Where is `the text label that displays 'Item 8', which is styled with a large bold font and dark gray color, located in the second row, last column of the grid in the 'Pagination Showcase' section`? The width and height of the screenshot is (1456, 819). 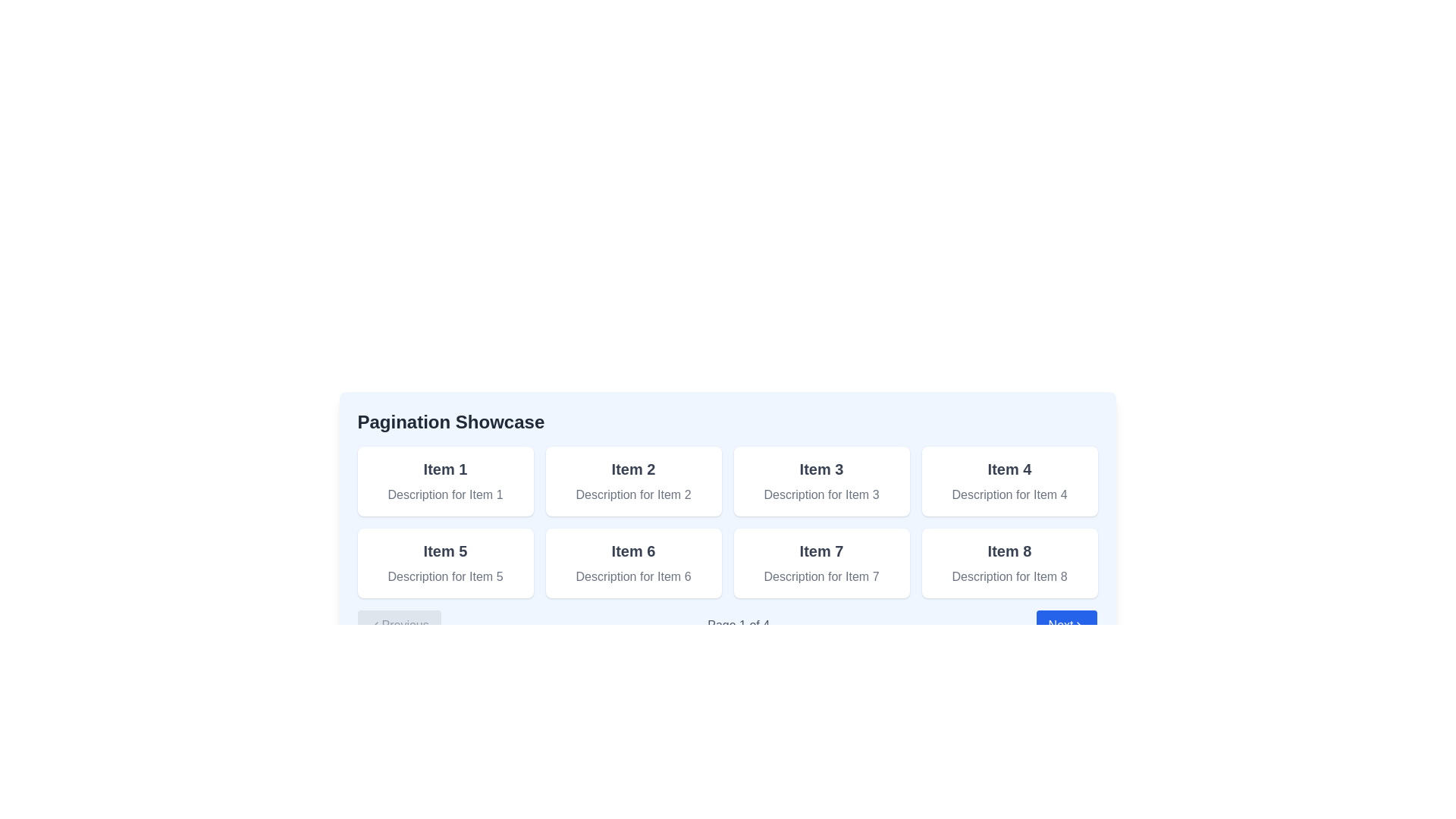
the text label that displays 'Item 8', which is styled with a large bold font and dark gray color, located in the second row, last column of the grid in the 'Pagination Showcase' section is located at coordinates (1009, 551).